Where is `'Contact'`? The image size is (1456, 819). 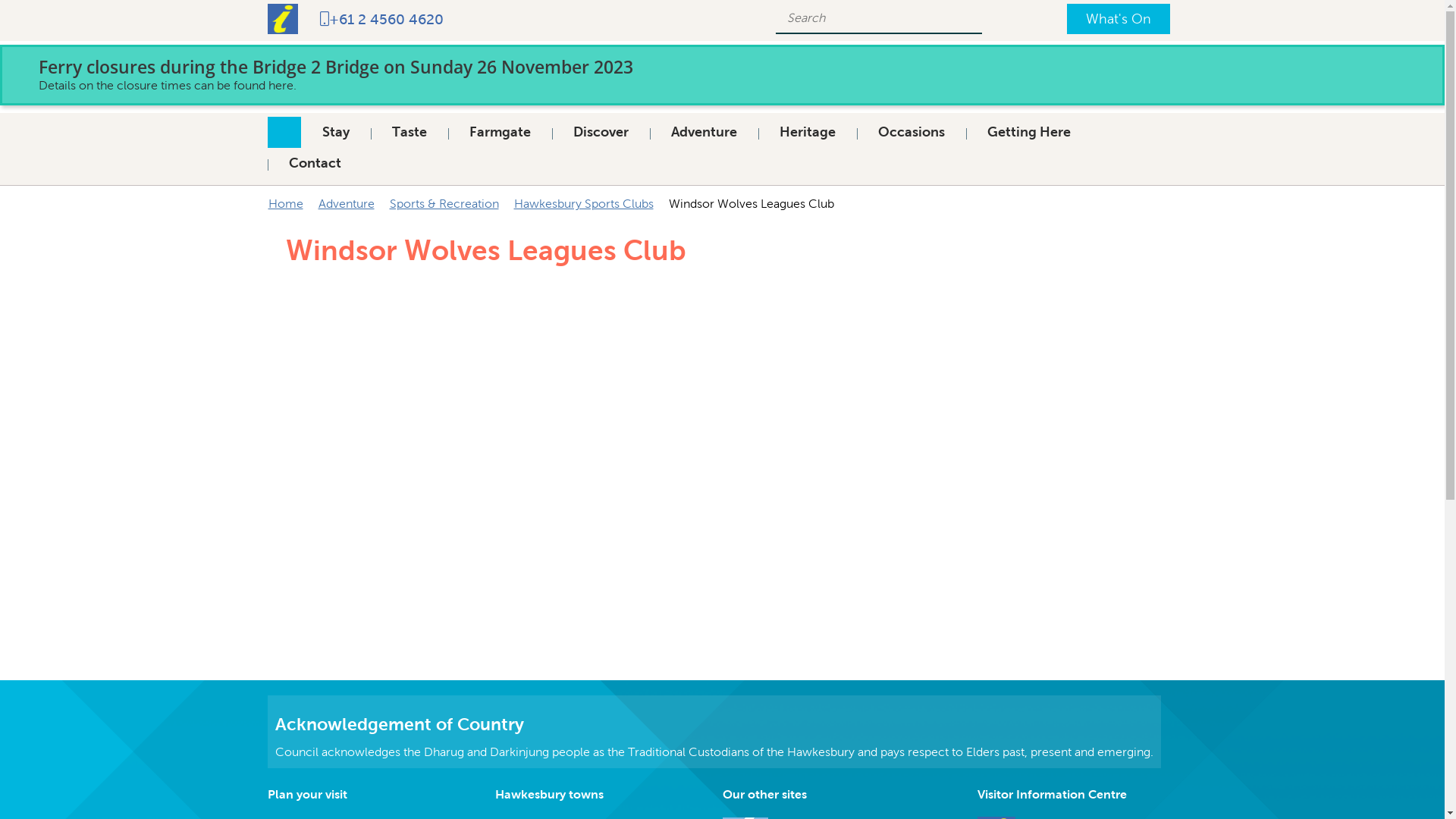
'Contact' is located at coordinates (313, 164).